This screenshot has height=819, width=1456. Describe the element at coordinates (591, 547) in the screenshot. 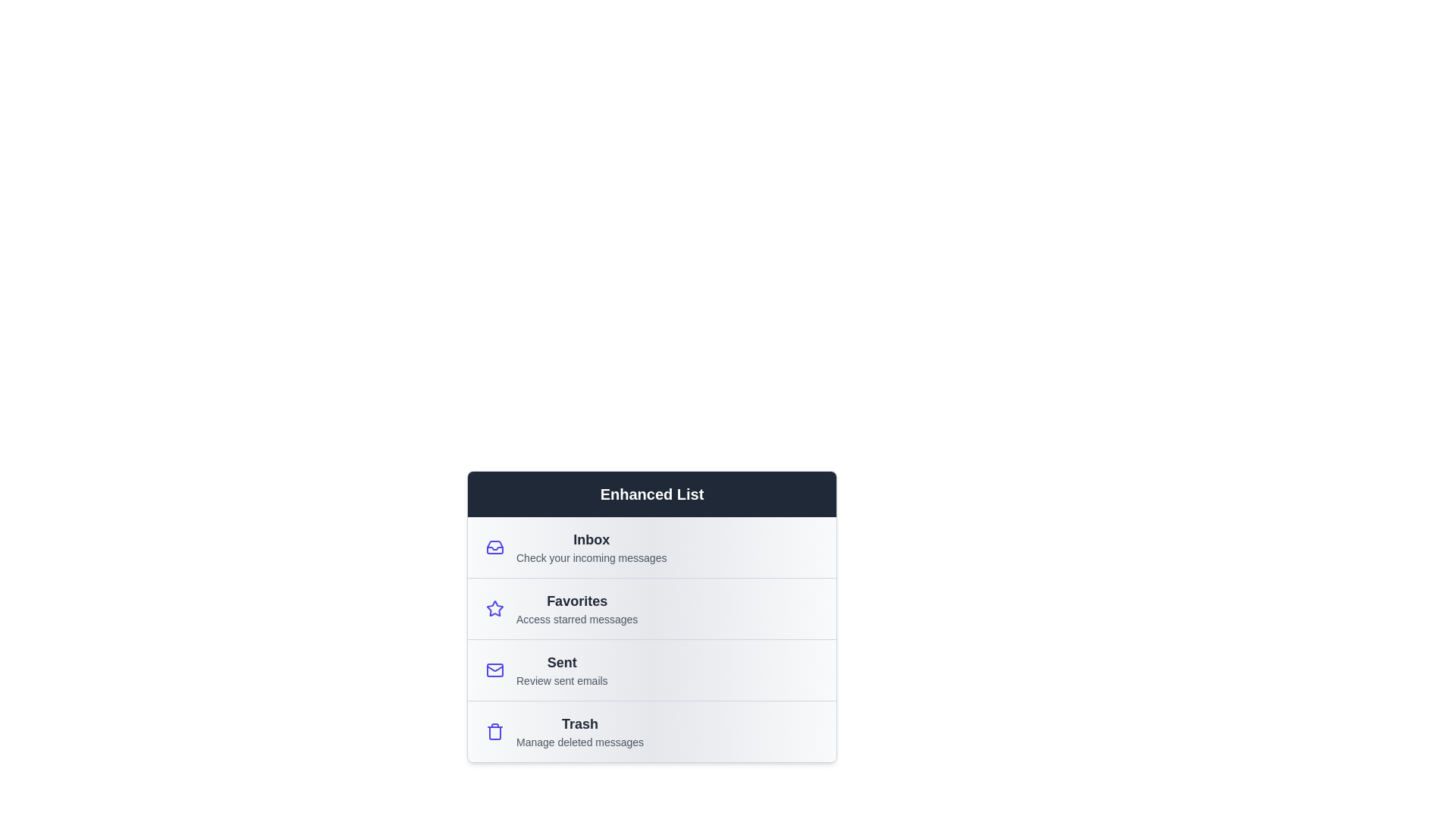

I see `the 'Inbox' textual label located beneath the 'Enhanced List' section` at that location.